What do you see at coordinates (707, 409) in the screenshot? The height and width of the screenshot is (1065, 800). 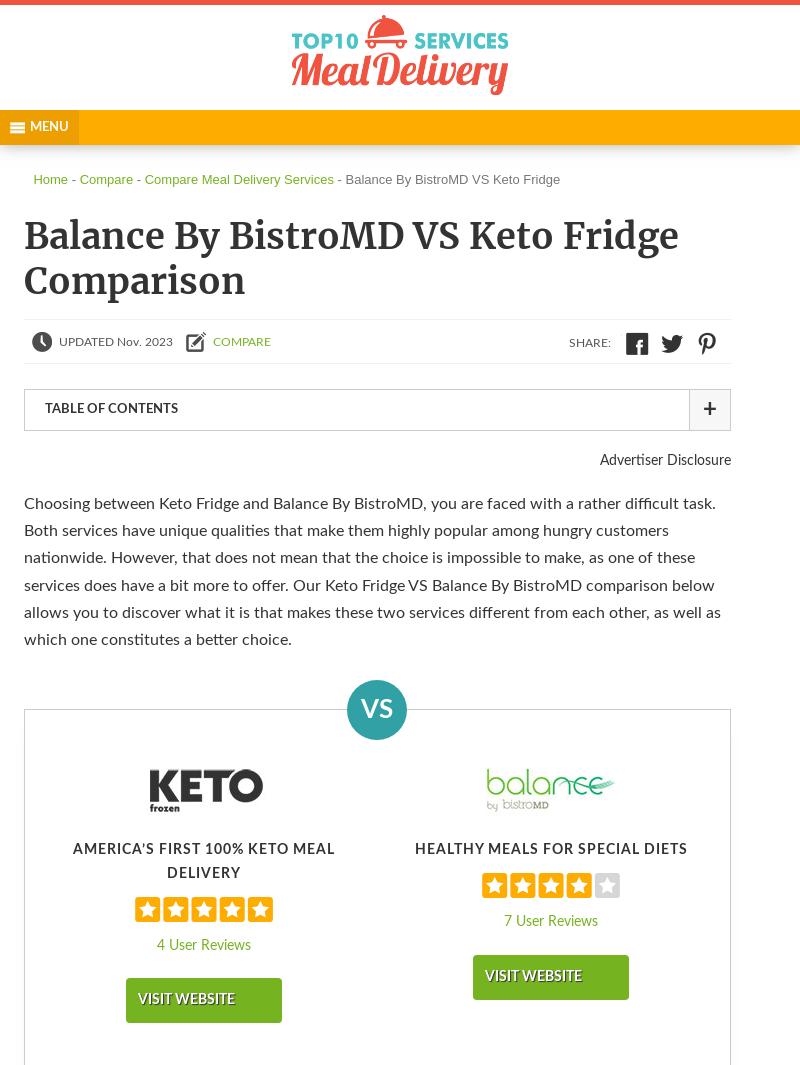 I see `'+'` at bounding box center [707, 409].